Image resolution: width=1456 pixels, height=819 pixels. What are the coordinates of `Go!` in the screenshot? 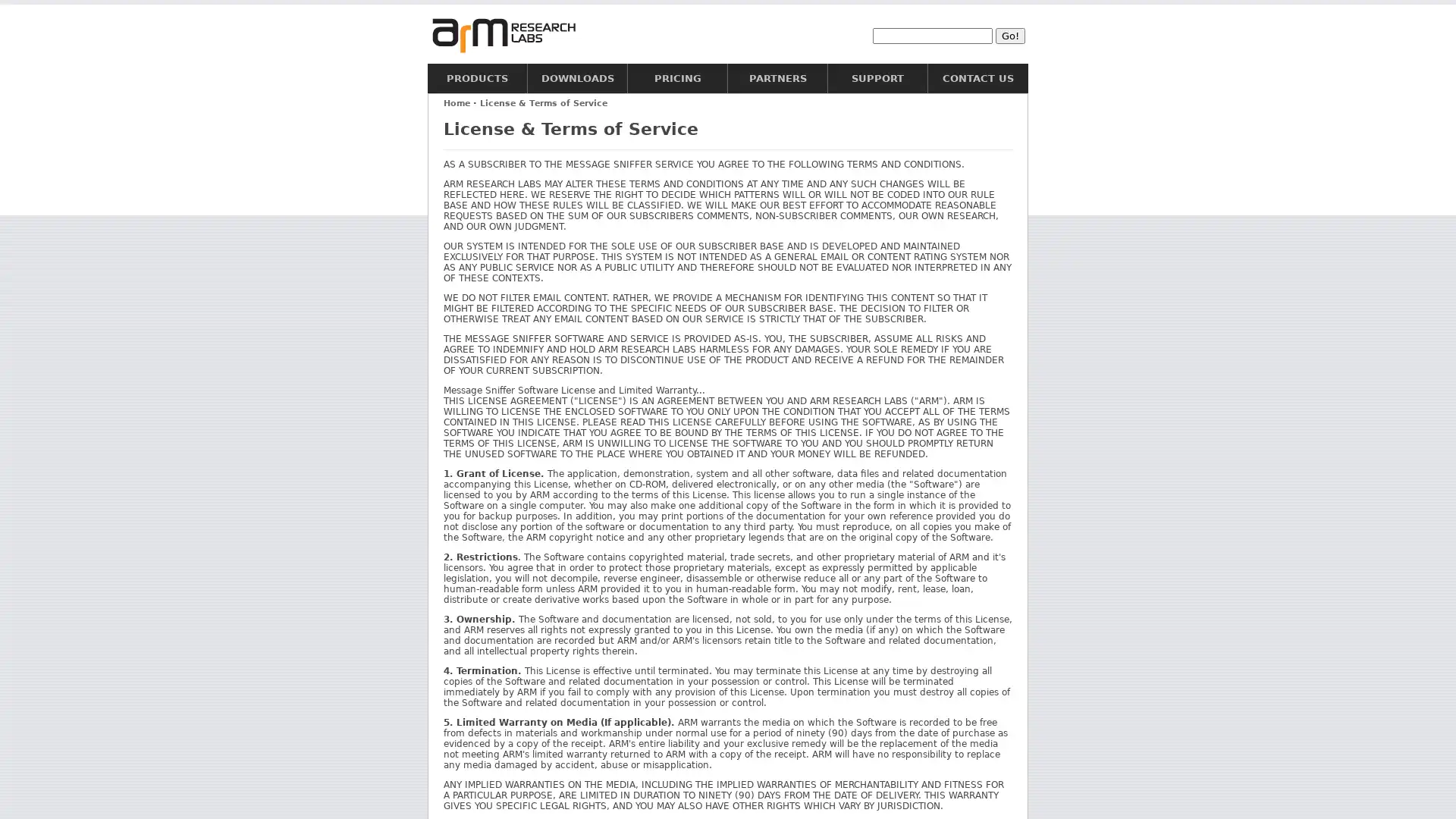 It's located at (1010, 34).